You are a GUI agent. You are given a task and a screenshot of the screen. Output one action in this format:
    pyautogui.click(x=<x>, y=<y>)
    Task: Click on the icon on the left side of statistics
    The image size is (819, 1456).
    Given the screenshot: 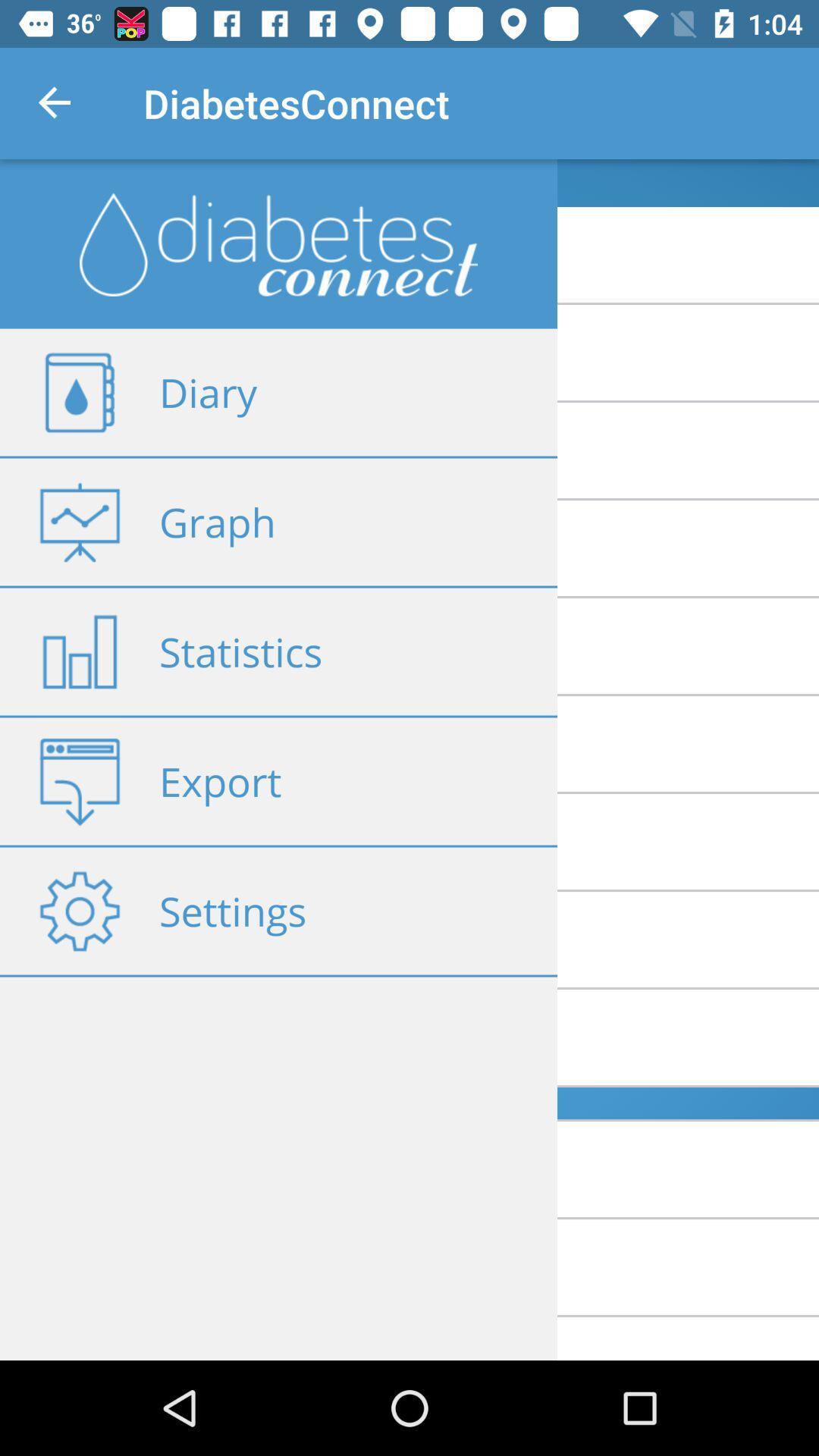 What is the action you would take?
    pyautogui.click(x=79, y=651)
    